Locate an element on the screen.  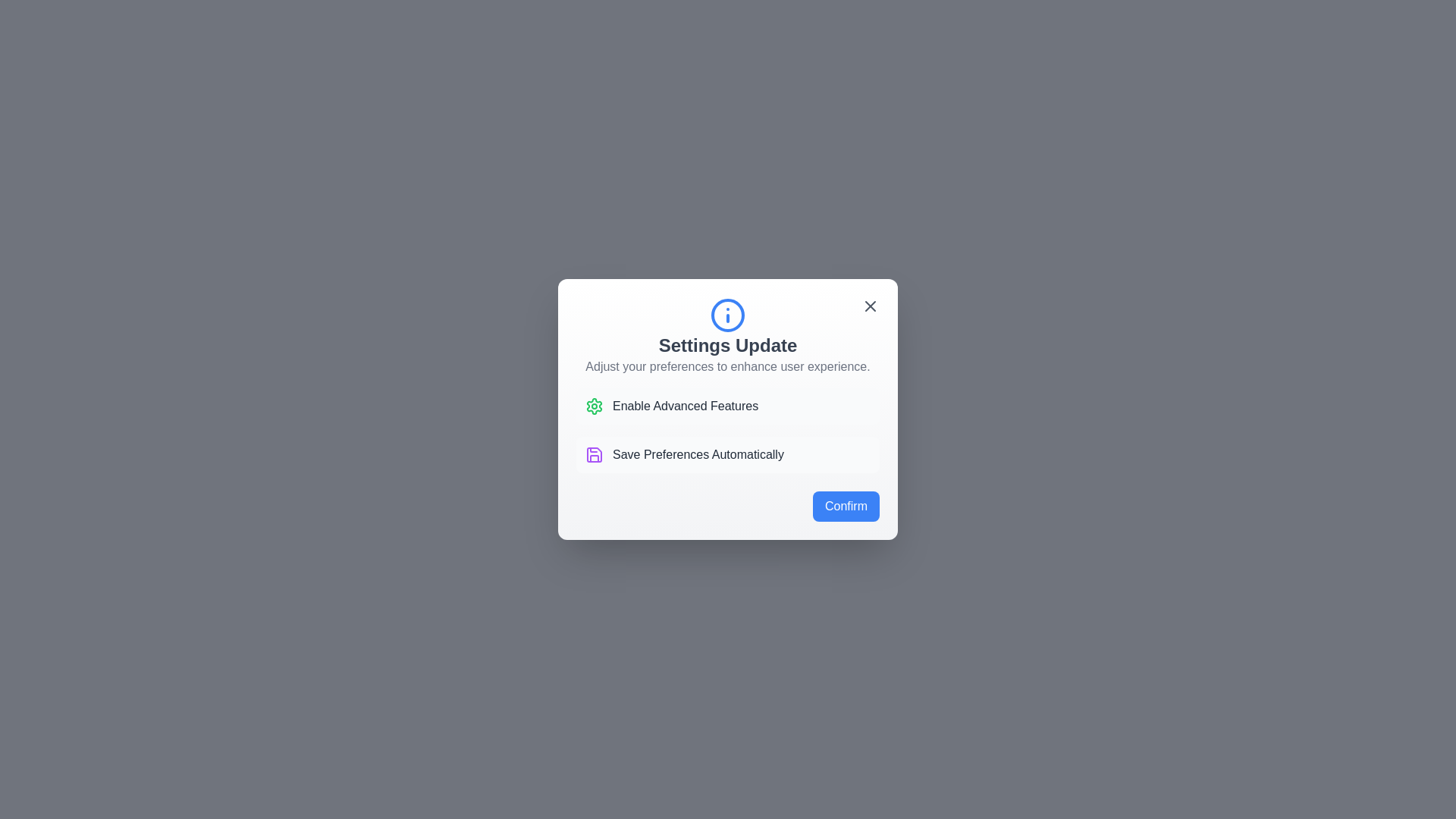
the listed option Save Preferences Automatically to interact with it is located at coordinates (728, 454).